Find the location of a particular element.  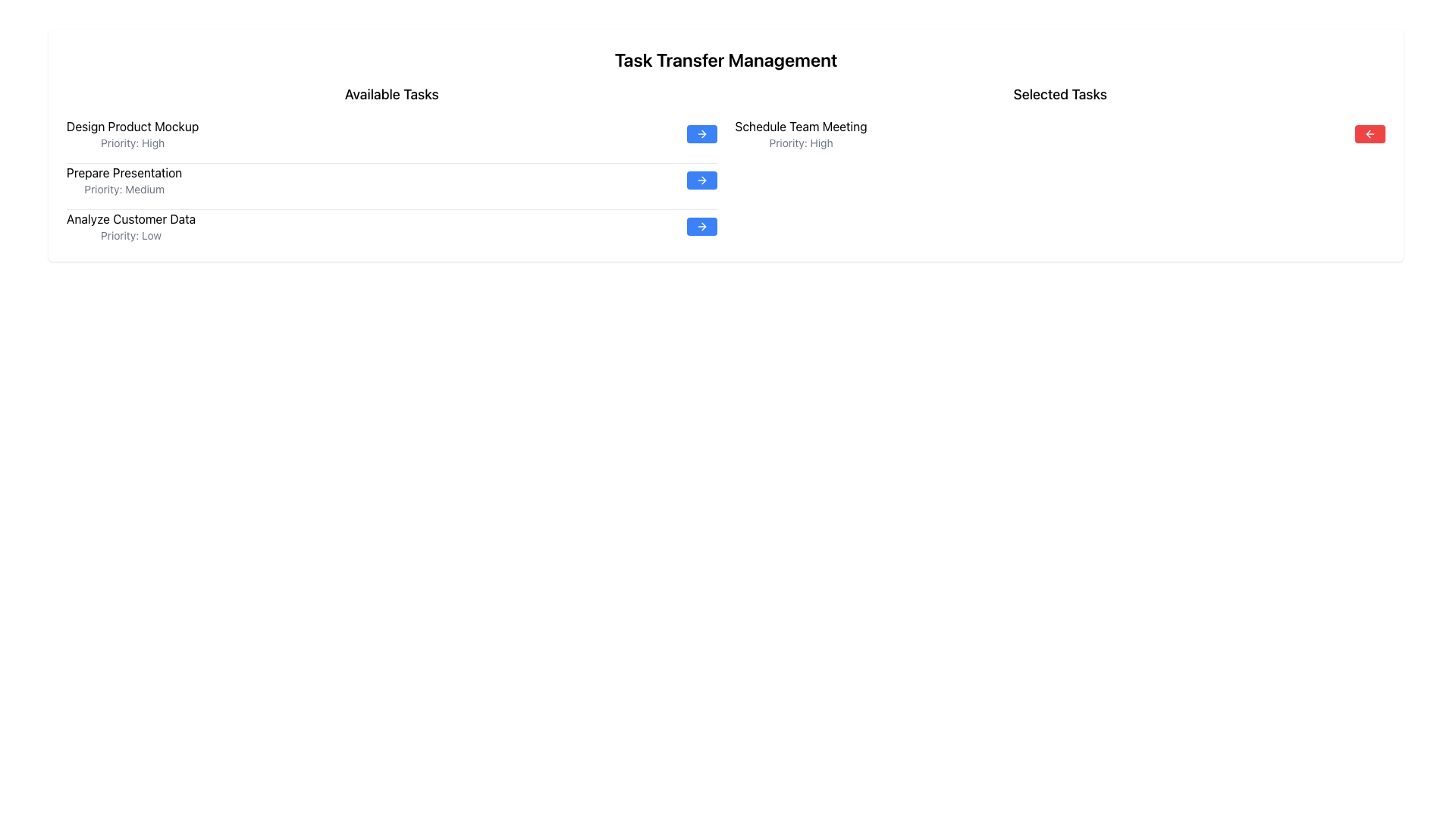

the blue rectangular button with a white right arrow, located next to the 'Prepare Presentation' task in the second row is located at coordinates (701, 180).